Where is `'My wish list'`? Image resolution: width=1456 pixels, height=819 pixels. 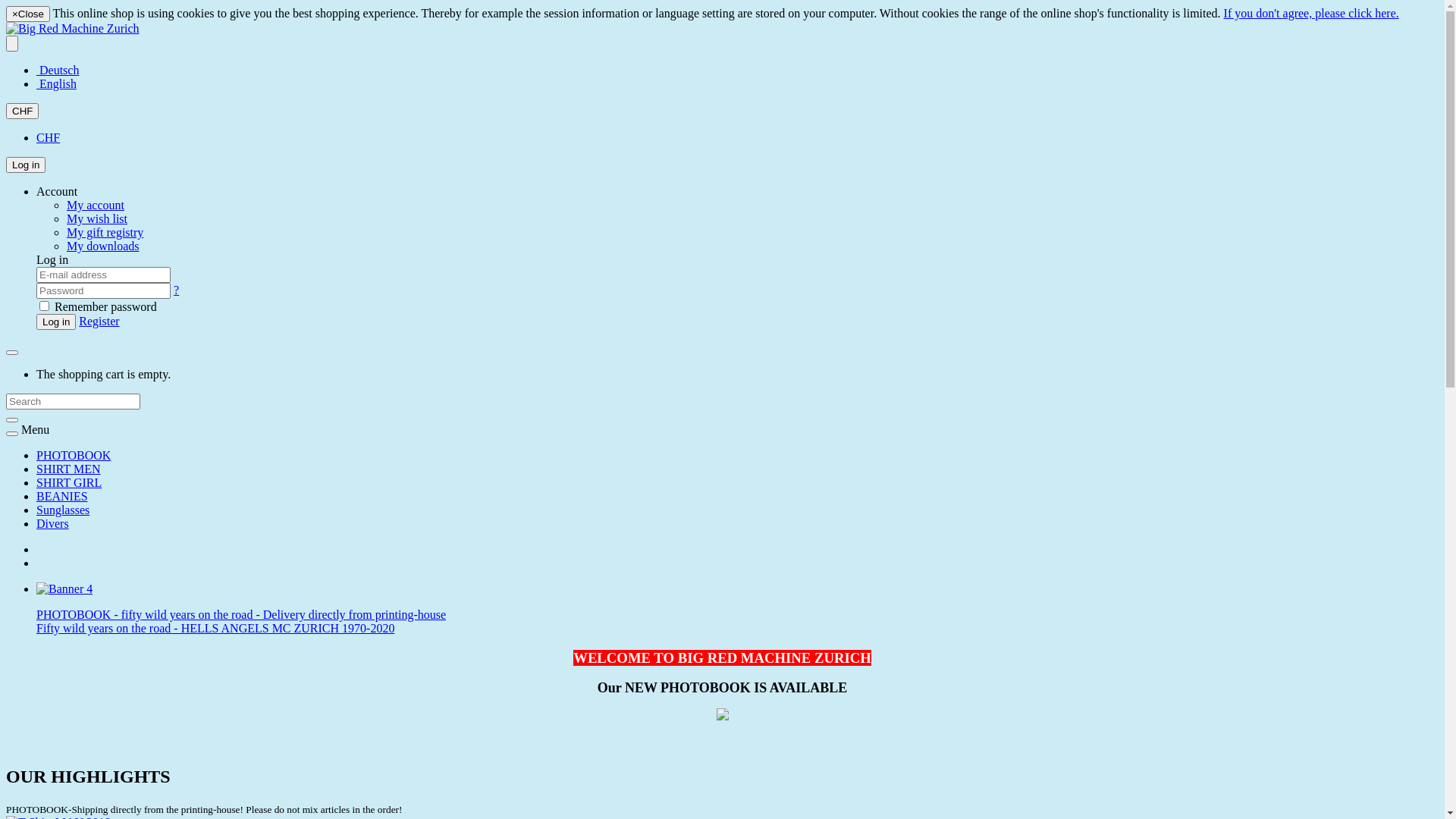
'My wish list' is located at coordinates (96, 218).